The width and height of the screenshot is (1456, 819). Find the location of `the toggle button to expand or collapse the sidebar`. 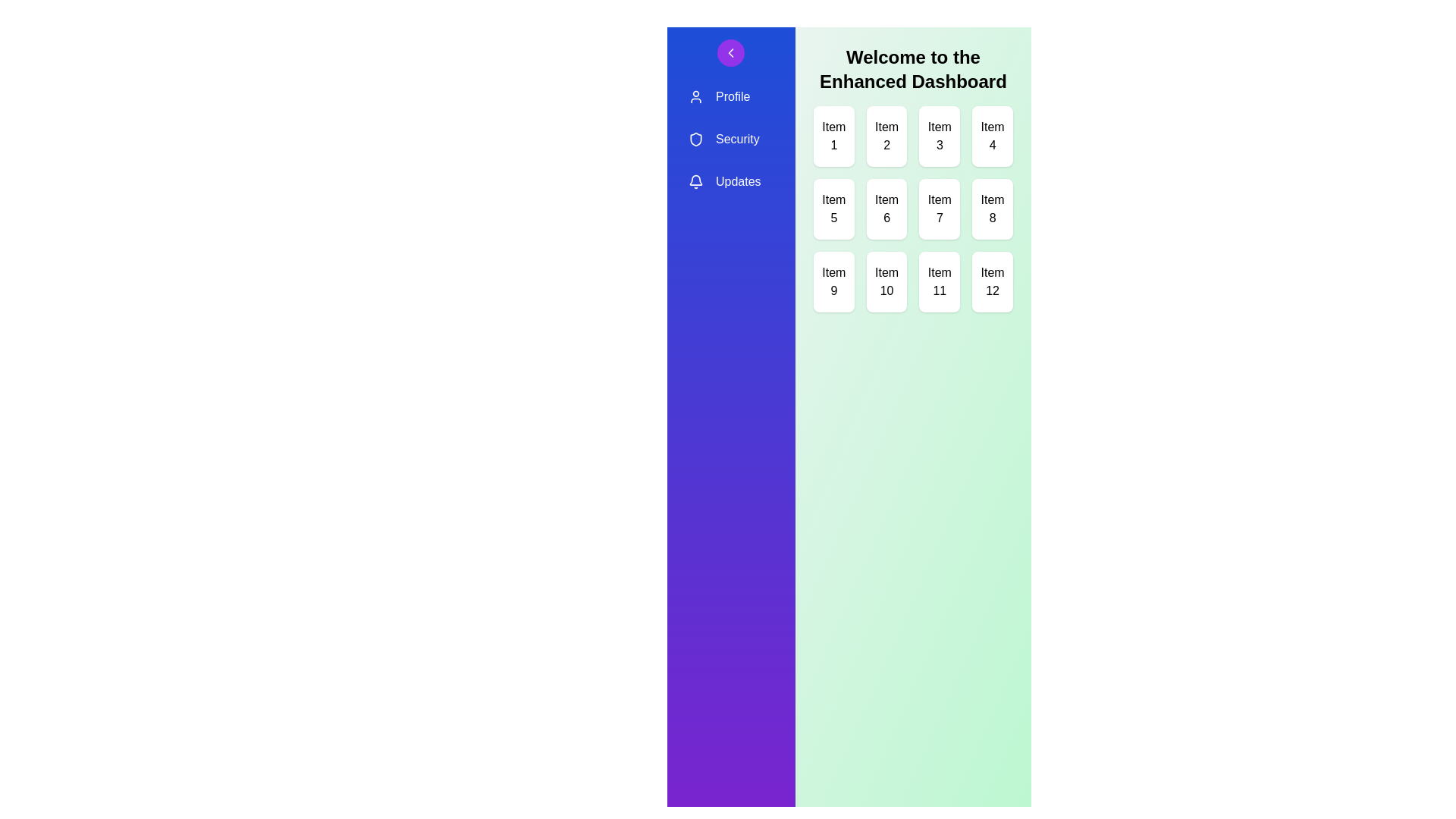

the toggle button to expand or collapse the sidebar is located at coordinates (731, 52).